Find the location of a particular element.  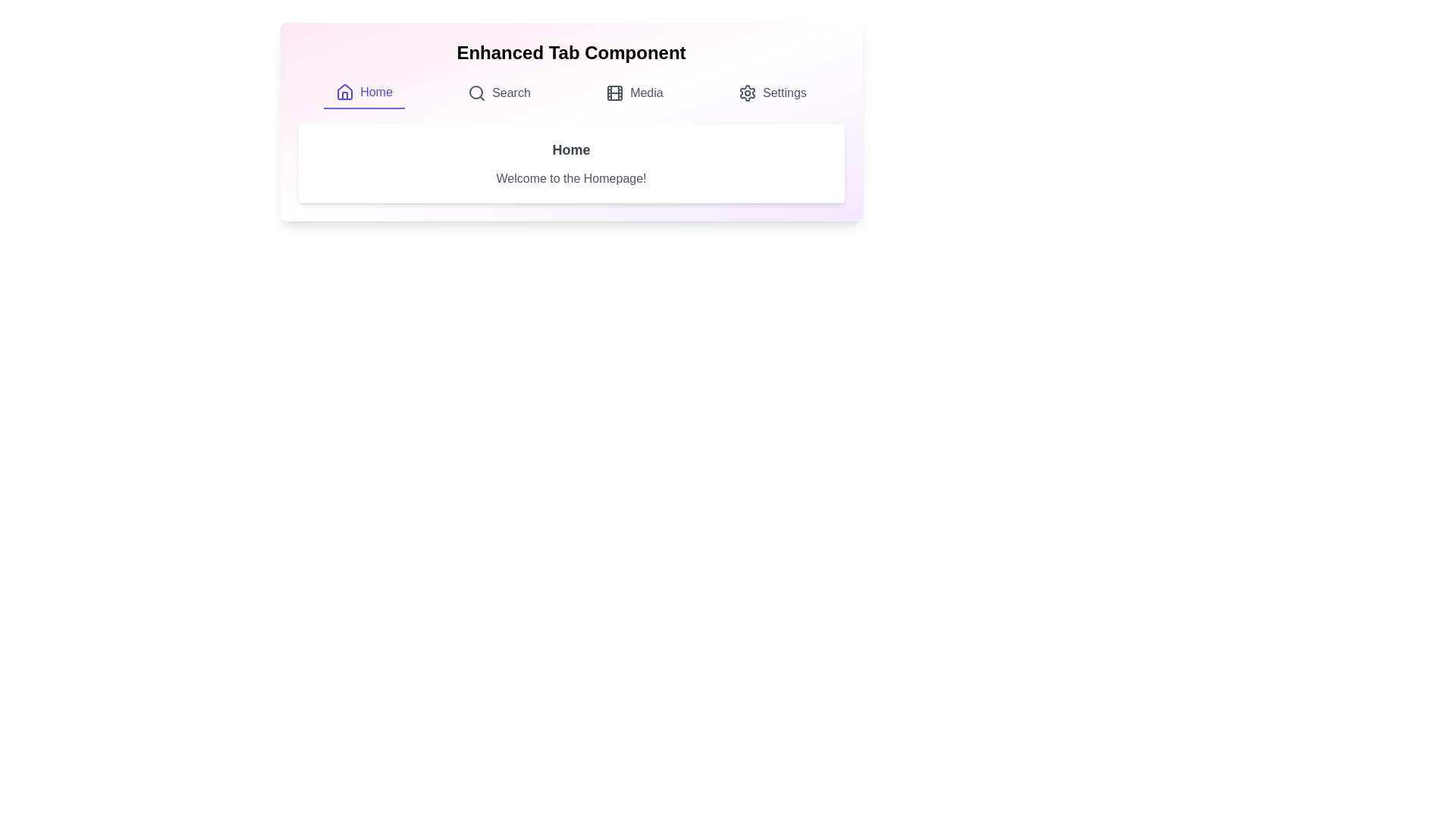

the tab labeled Search is located at coordinates (499, 93).